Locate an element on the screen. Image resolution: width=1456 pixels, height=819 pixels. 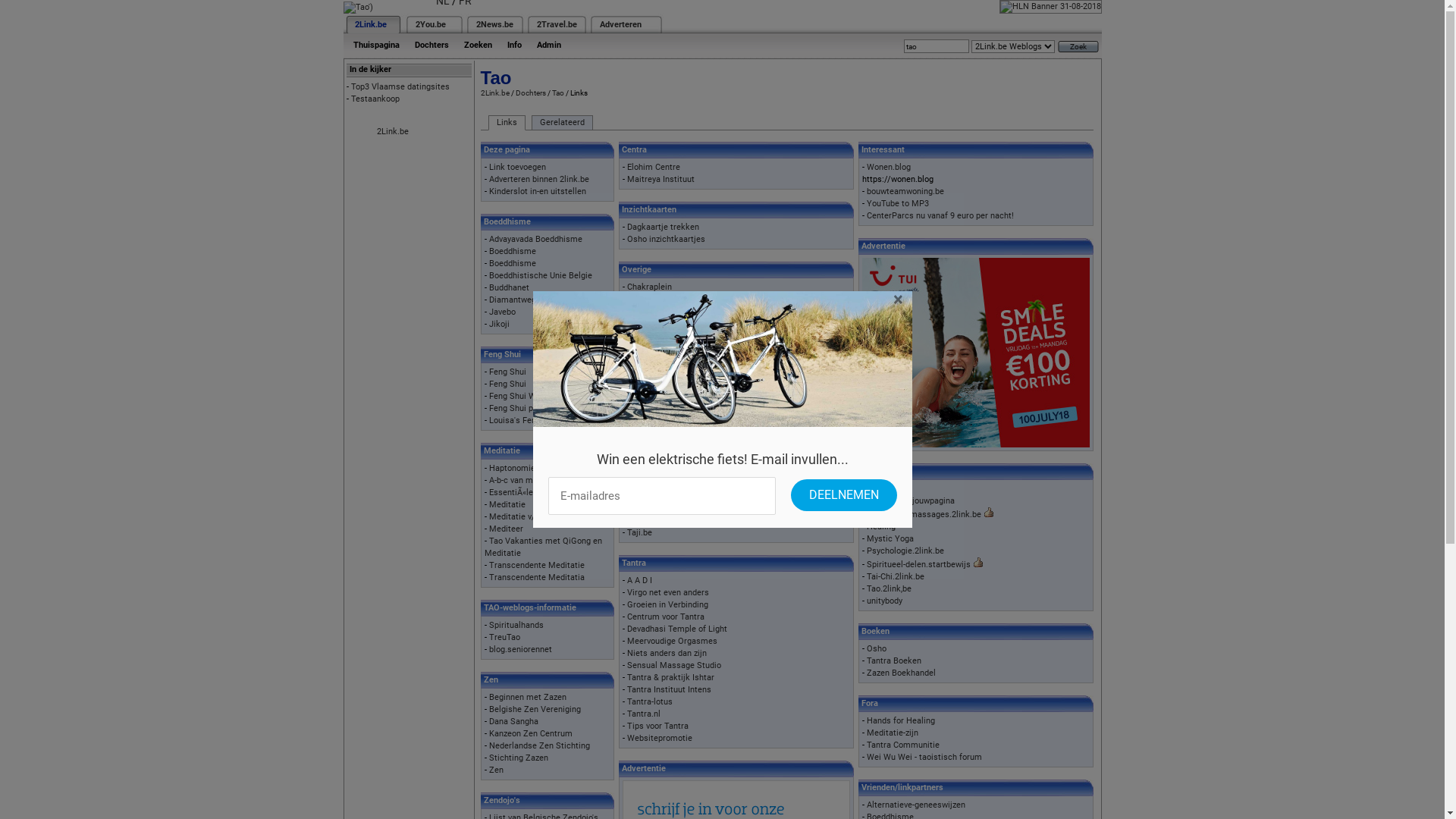
'Mediteer' is located at coordinates (505, 528).